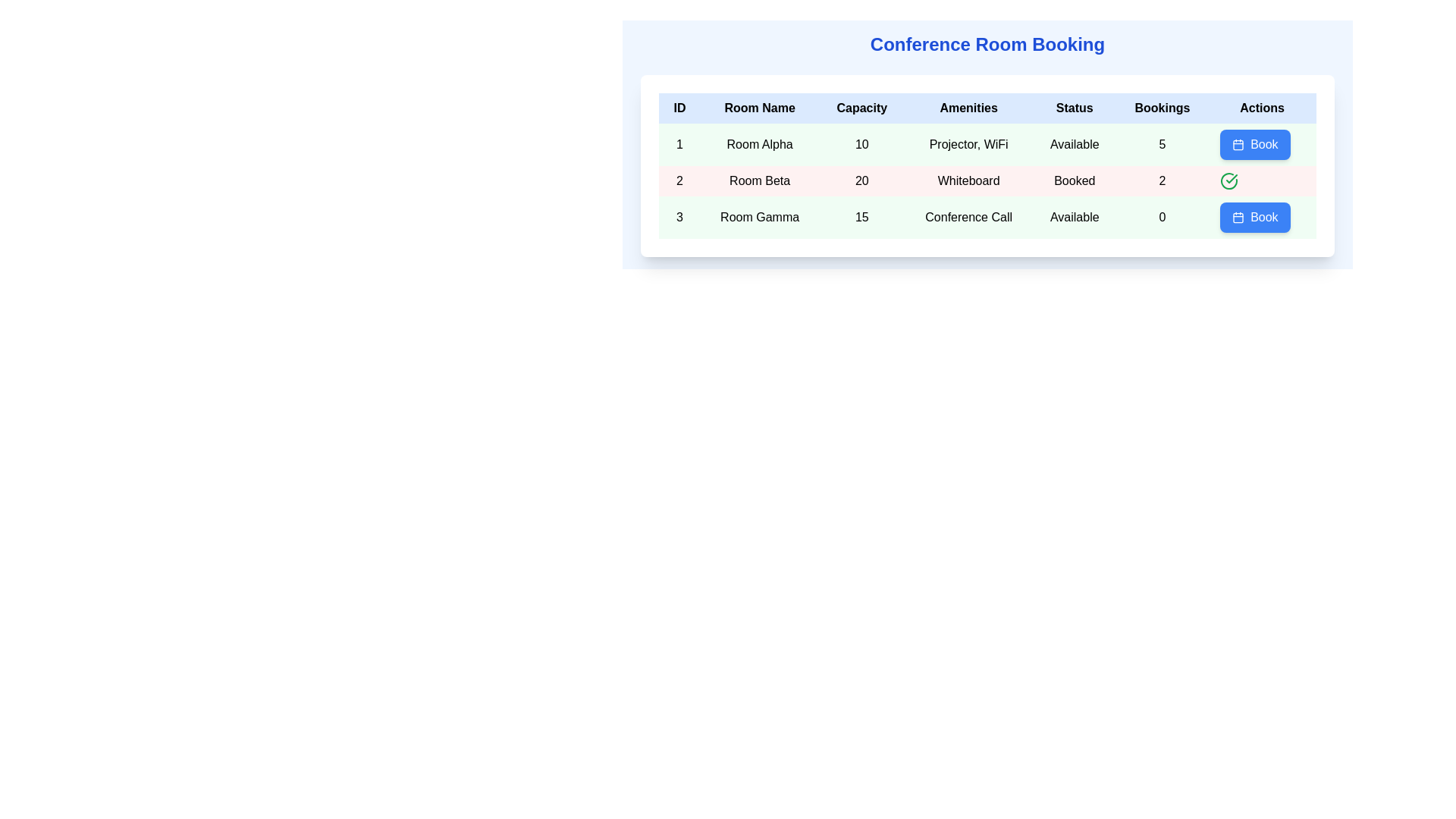  What do you see at coordinates (1161, 180) in the screenshot?
I see `numeric value '2' displayed in black text within the light red background of the Table cell located in the 'Bookings' column of the 'Room Beta' row` at bounding box center [1161, 180].